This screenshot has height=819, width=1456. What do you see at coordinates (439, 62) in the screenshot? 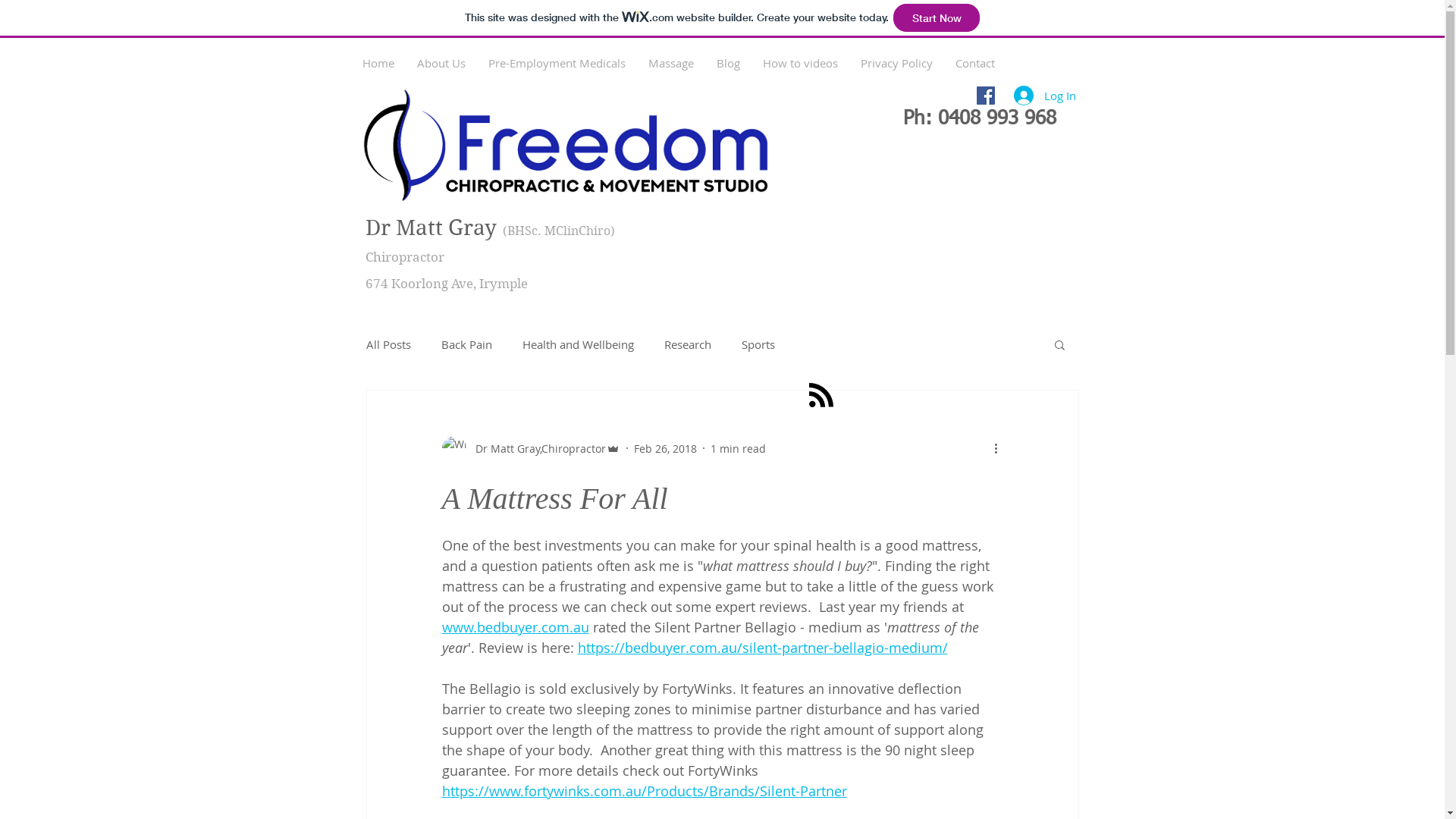
I see `'About Us'` at bounding box center [439, 62].